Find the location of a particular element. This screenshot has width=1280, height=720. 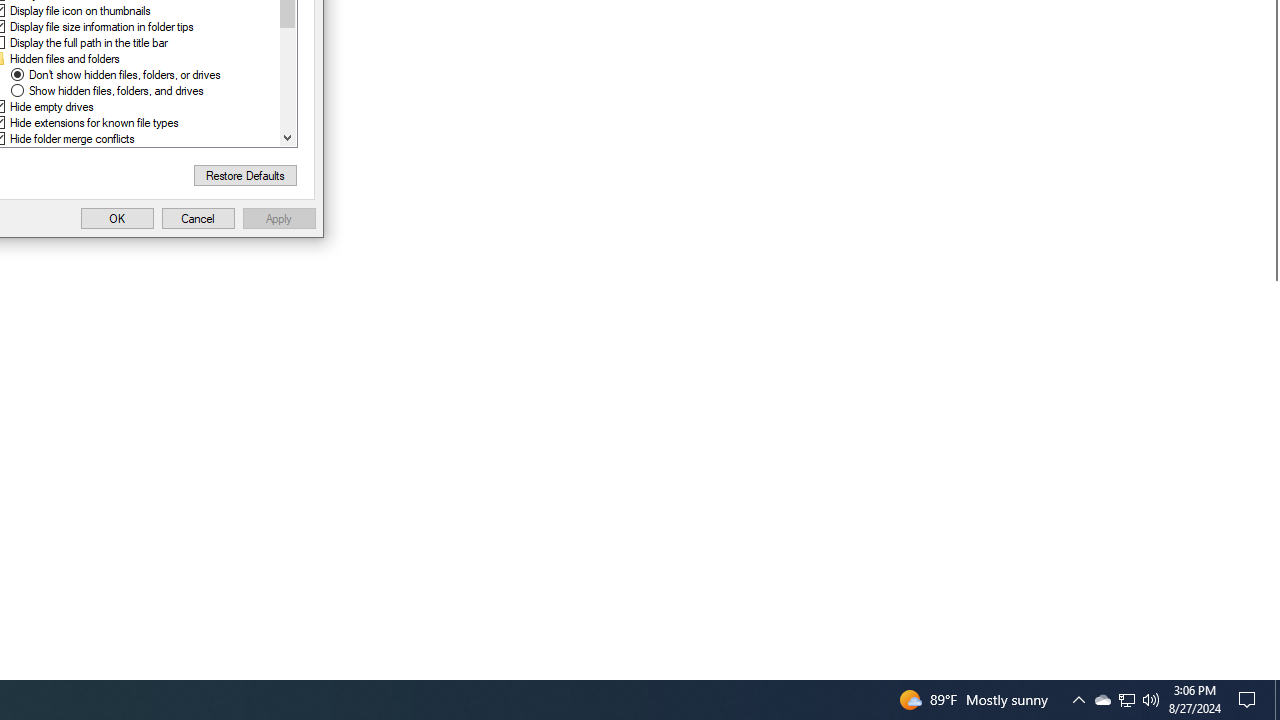

'Hide folder merge conflicts' is located at coordinates (72, 137).